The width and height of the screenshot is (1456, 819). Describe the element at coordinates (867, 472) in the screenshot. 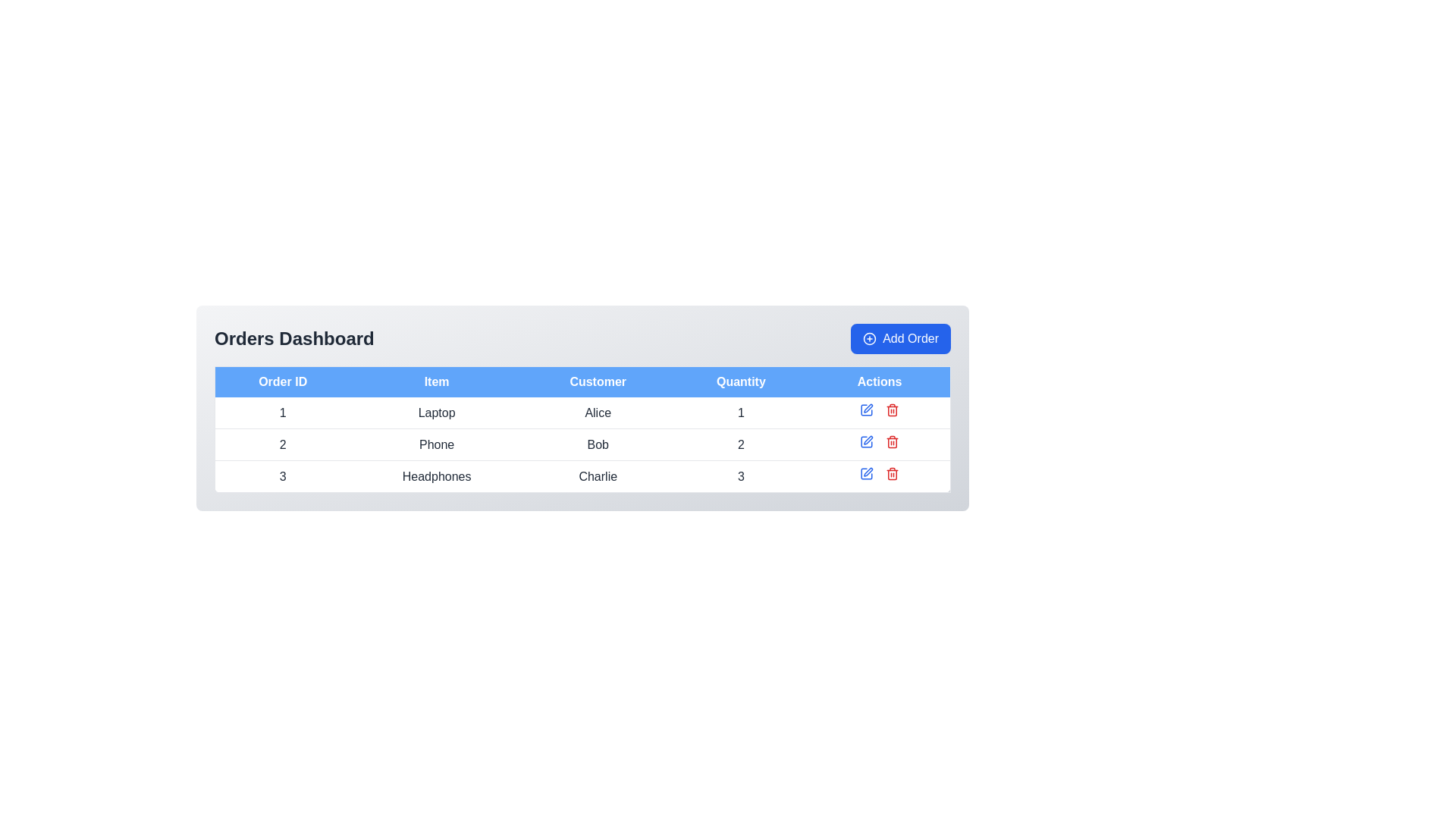

I see `the edit icon in the 'Actions' column for the third row, which corresponds to 'Charlie' and 'Headphones'` at that location.